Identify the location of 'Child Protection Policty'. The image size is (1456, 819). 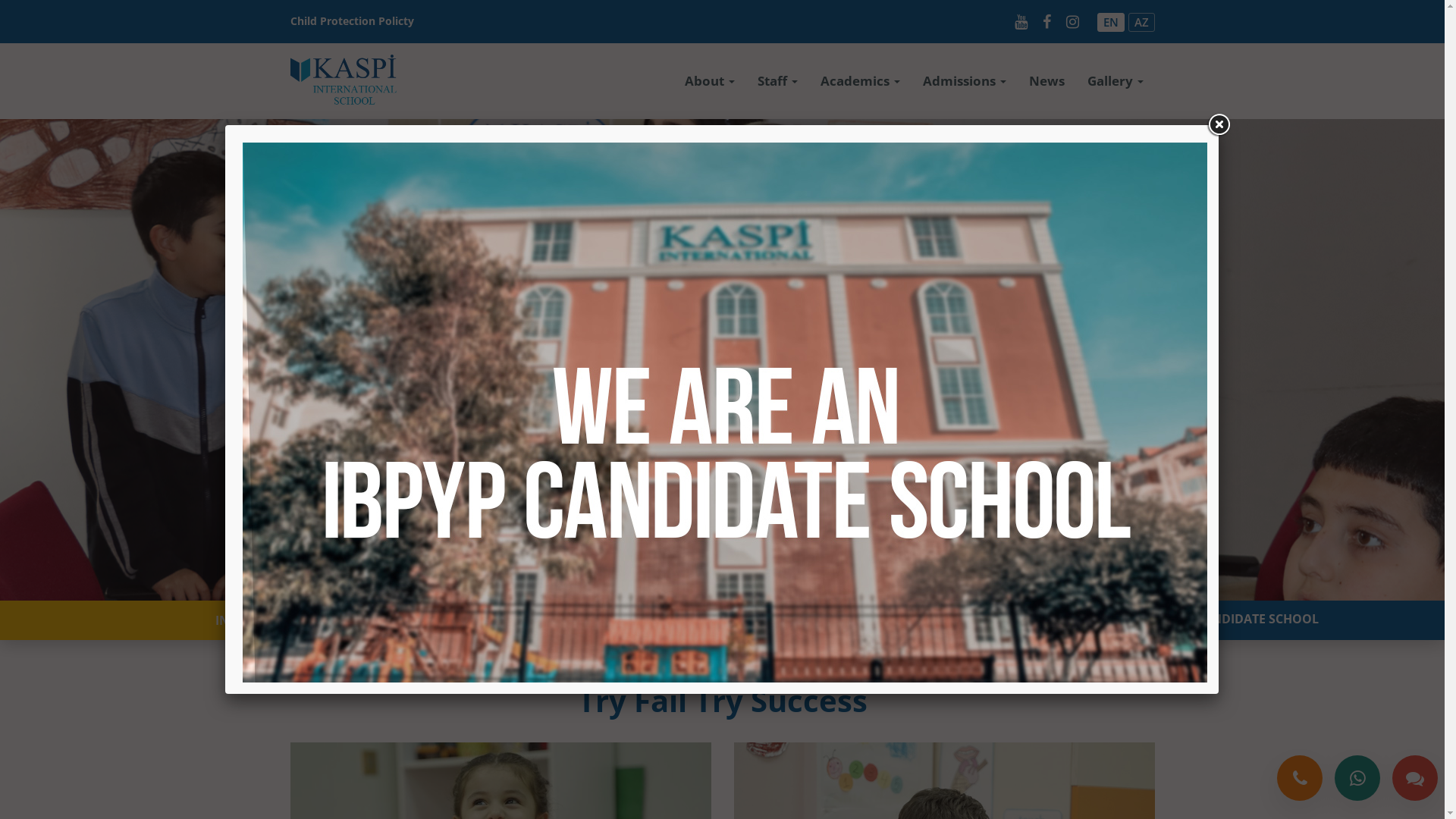
(350, 20).